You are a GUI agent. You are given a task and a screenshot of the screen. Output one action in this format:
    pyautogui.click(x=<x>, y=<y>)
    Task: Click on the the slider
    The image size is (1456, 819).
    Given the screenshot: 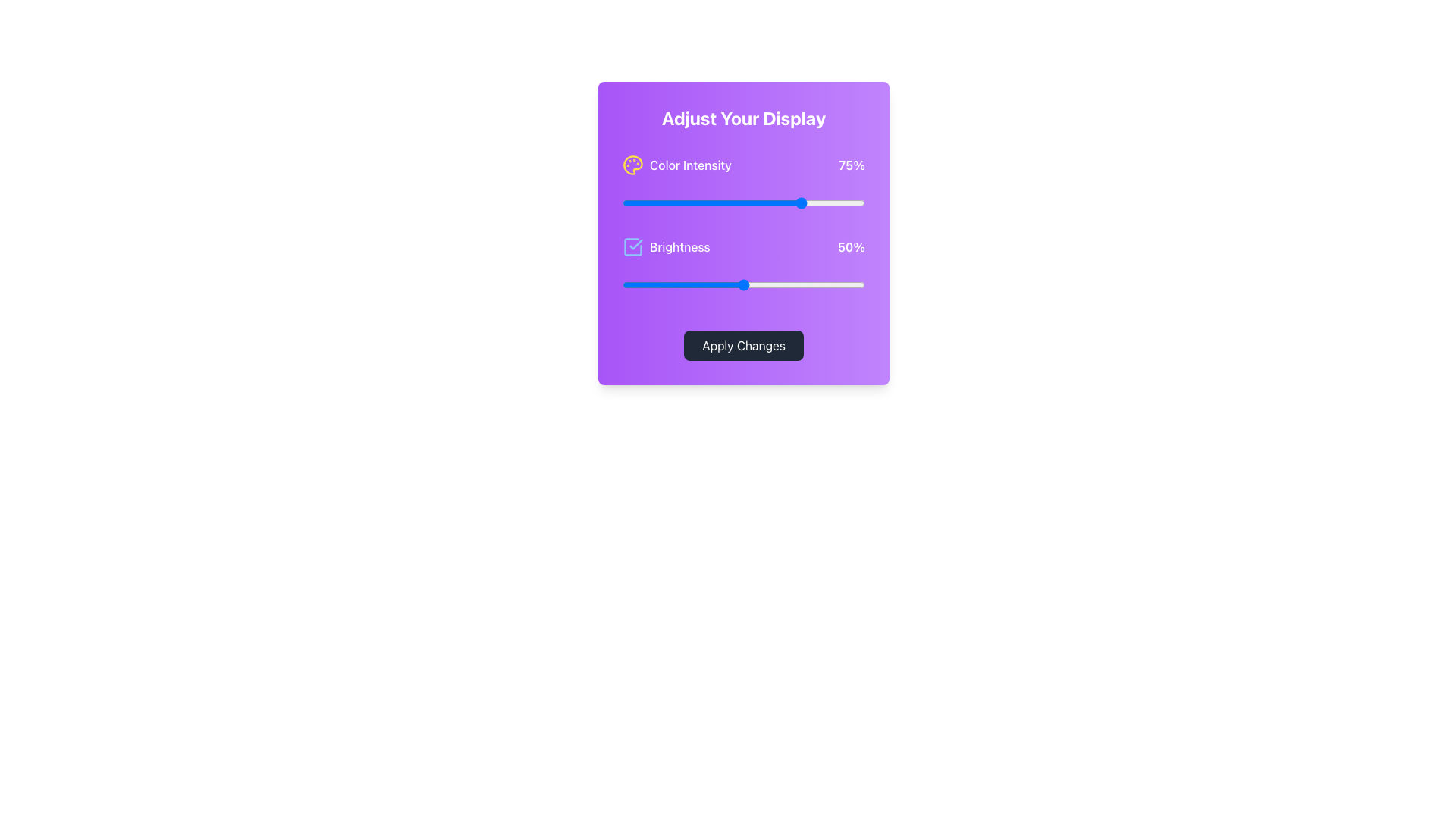 What is the action you would take?
    pyautogui.click(x=748, y=202)
    